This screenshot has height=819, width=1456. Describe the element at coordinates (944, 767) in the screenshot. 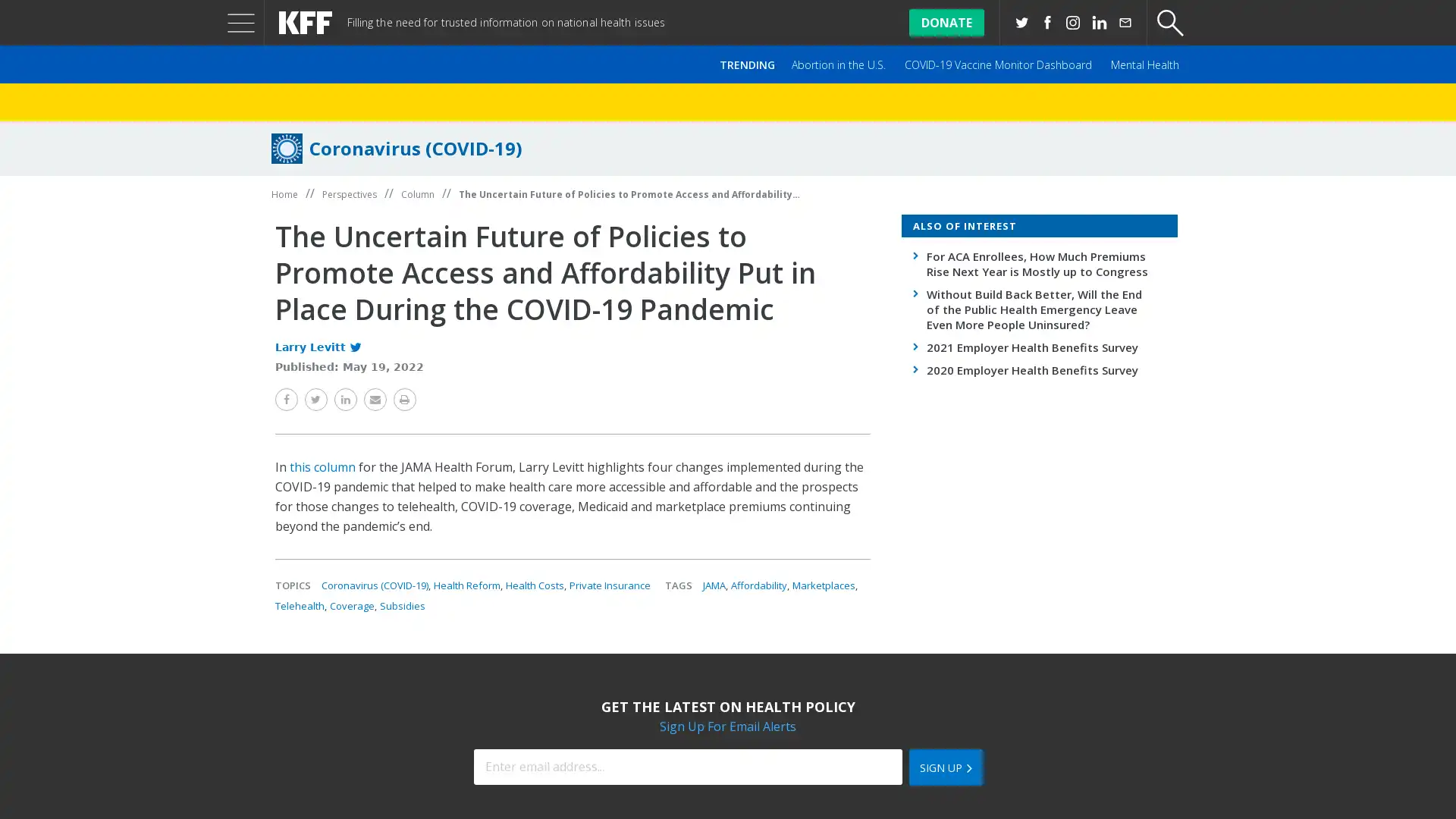

I see `SIGN UP` at that location.